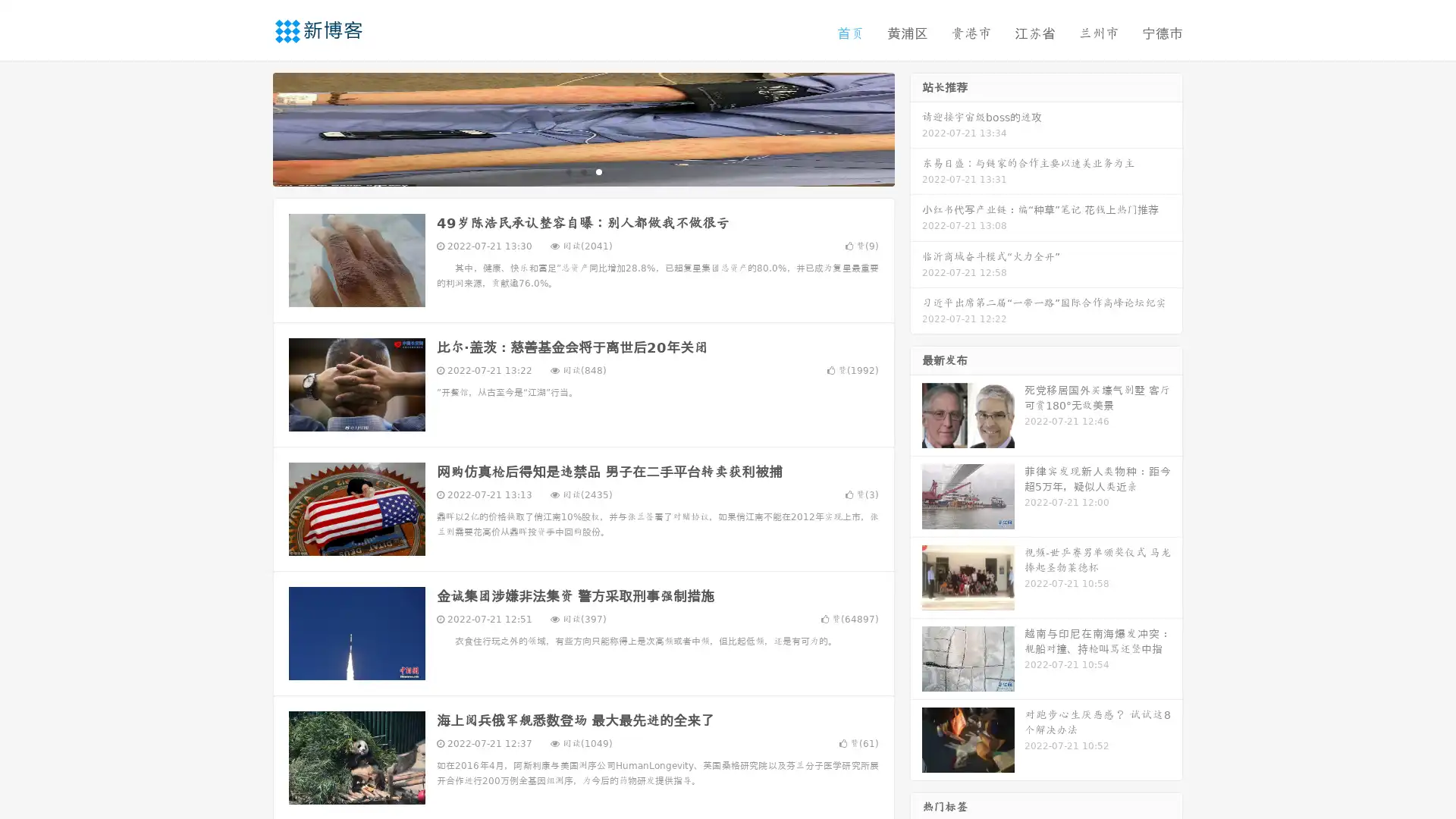  I want to click on Go to slide 1, so click(567, 171).